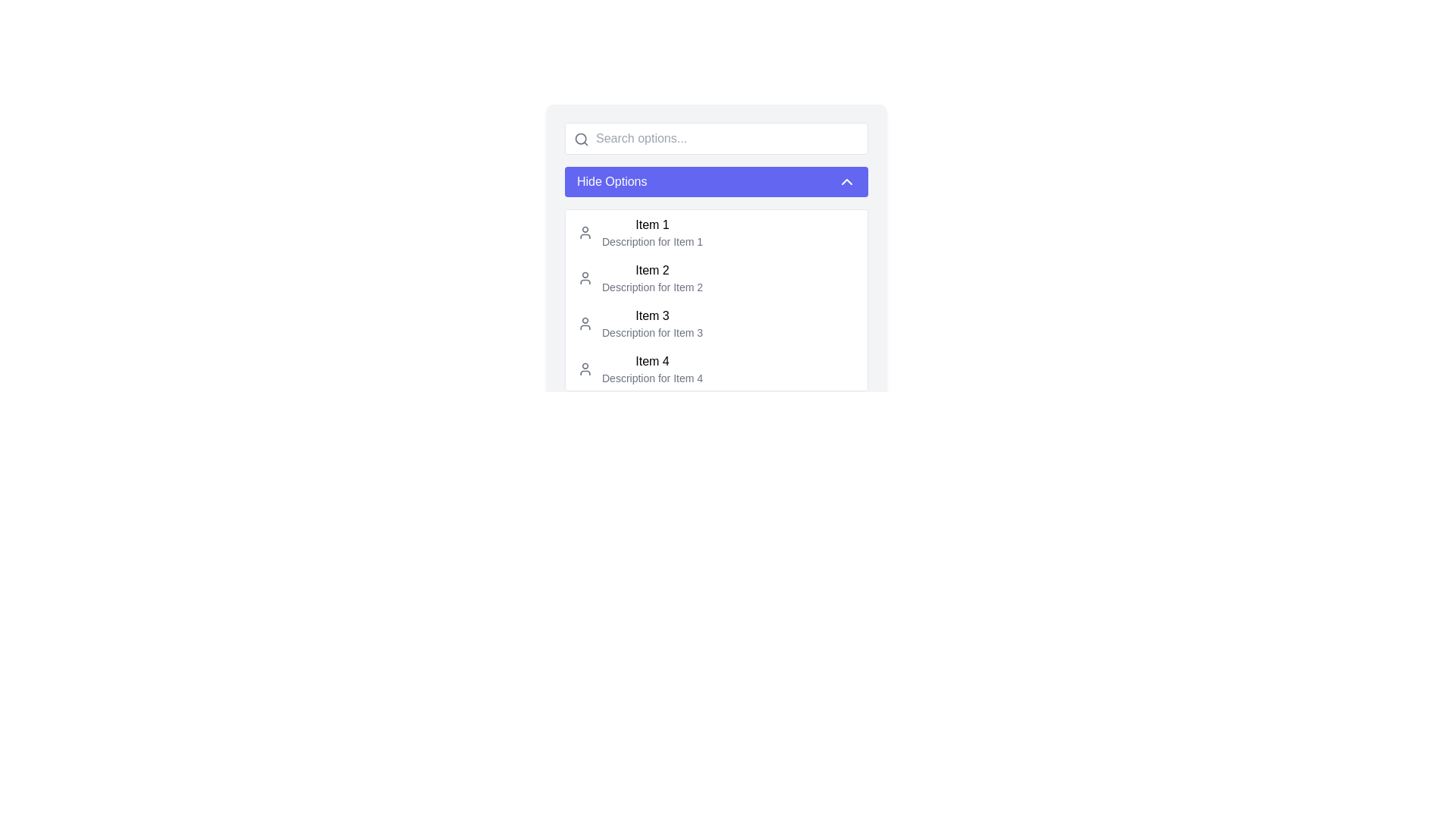 The width and height of the screenshot is (1456, 819). Describe the element at coordinates (652, 233) in the screenshot. I see `the first selectable list item located directly below the 'Hide Options' header, which includes a title and a descriptive subtitle` at that location.